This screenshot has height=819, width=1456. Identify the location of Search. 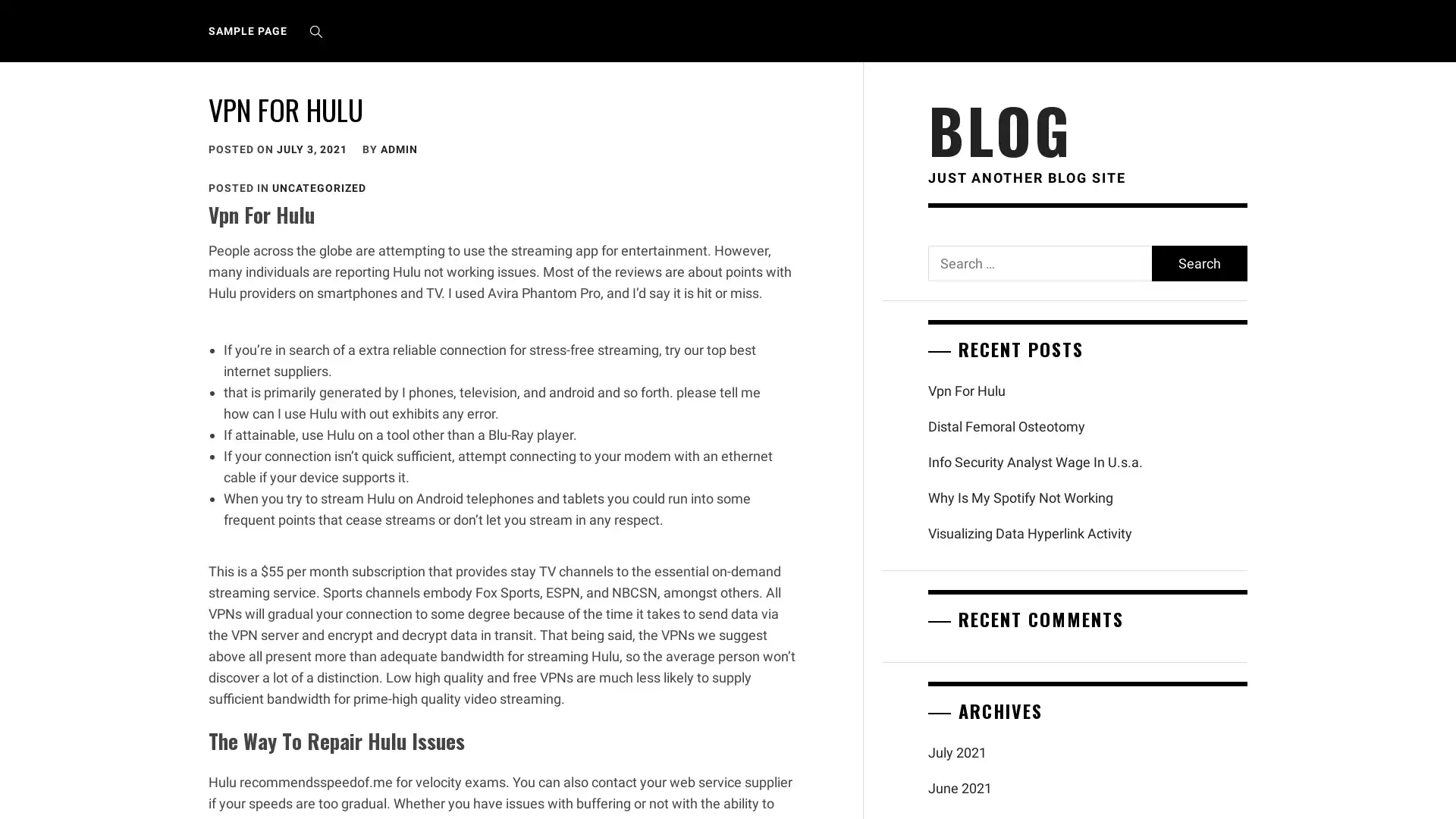
(1197, 262).